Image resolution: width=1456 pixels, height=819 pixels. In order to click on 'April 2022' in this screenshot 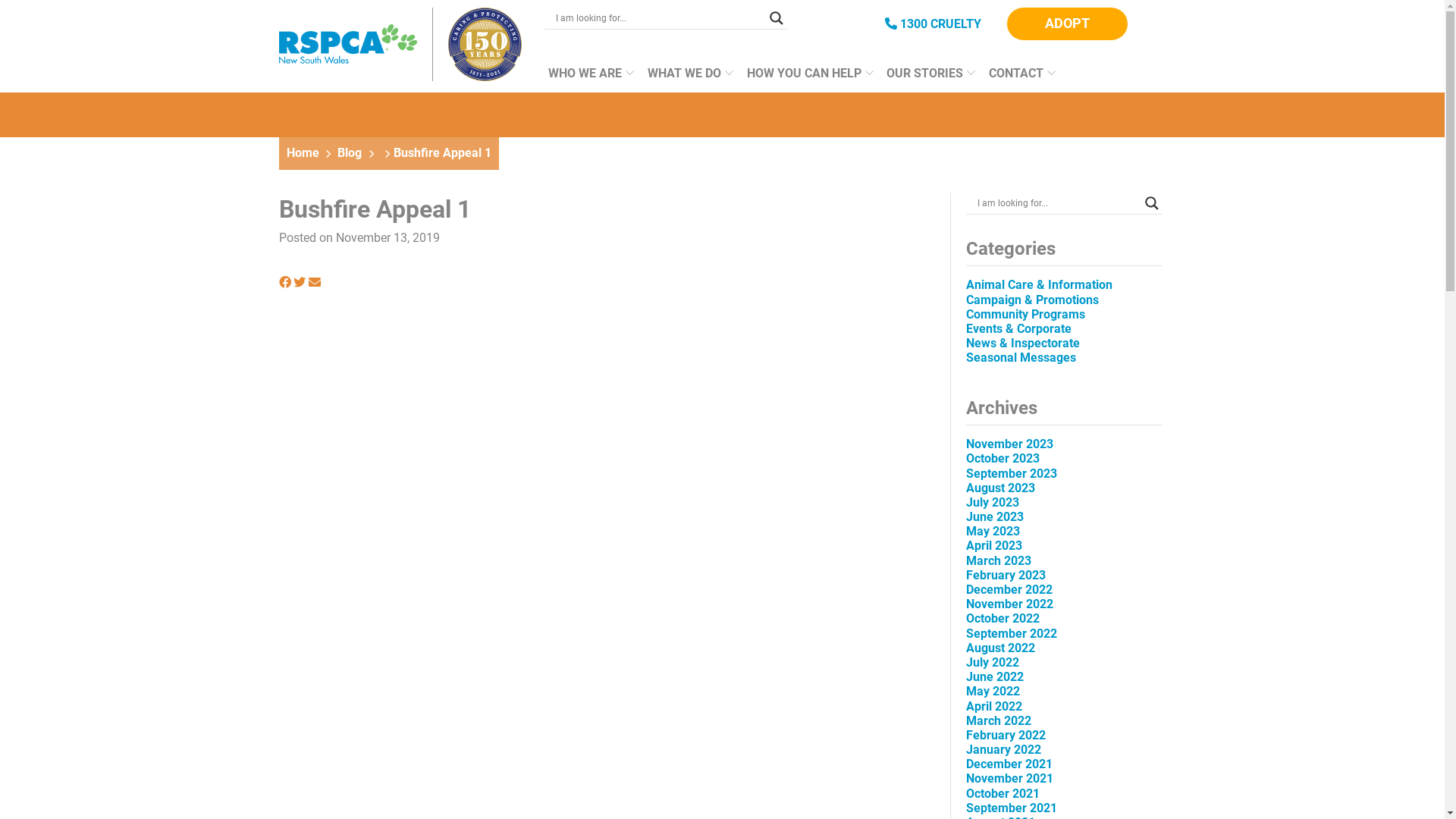, I will do `click(993, 706)`.